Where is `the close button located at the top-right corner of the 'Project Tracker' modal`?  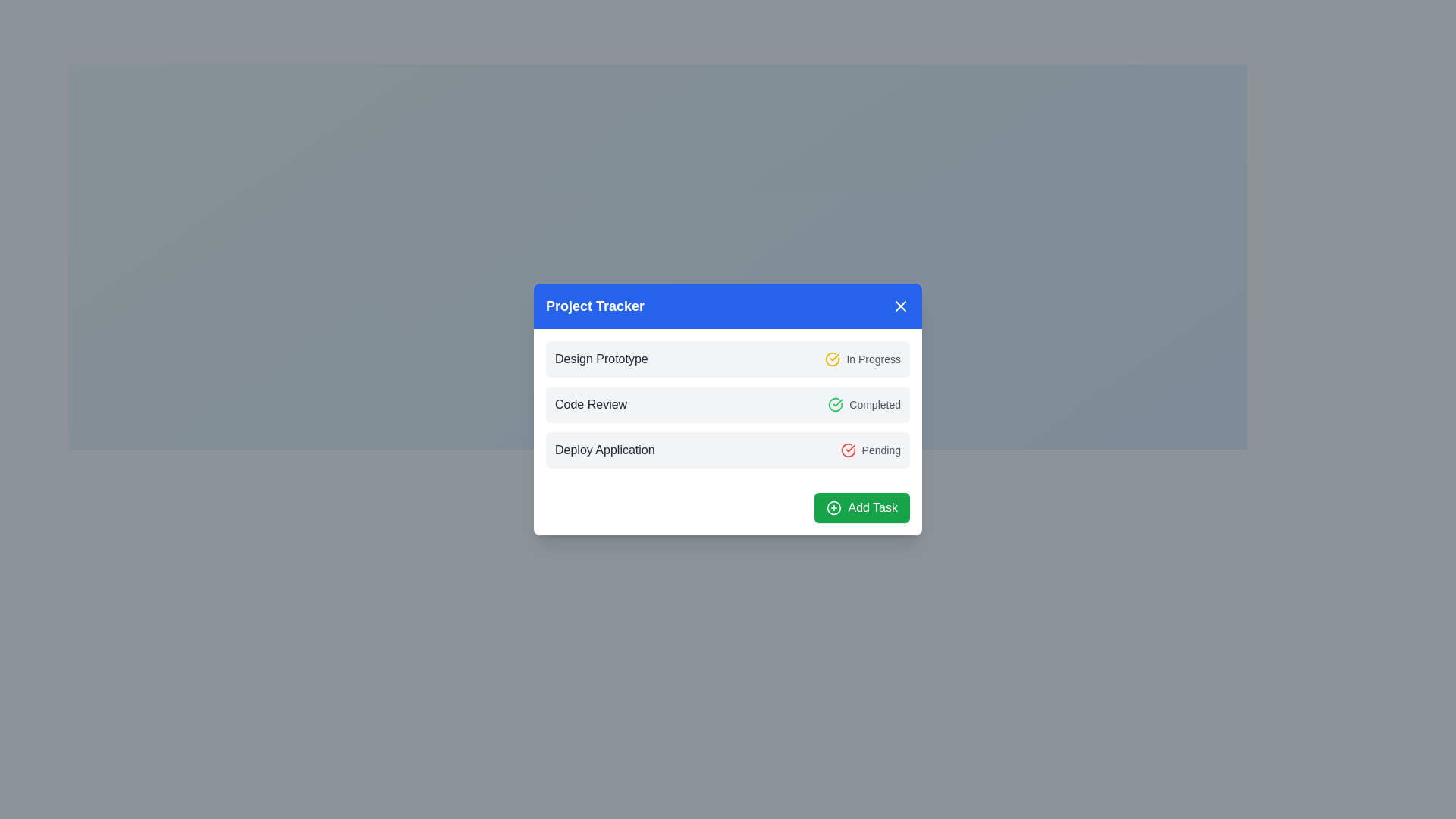
the close button located at the top-right corner of the 'Project Tracker' modal is located at coordinates (901, 306).